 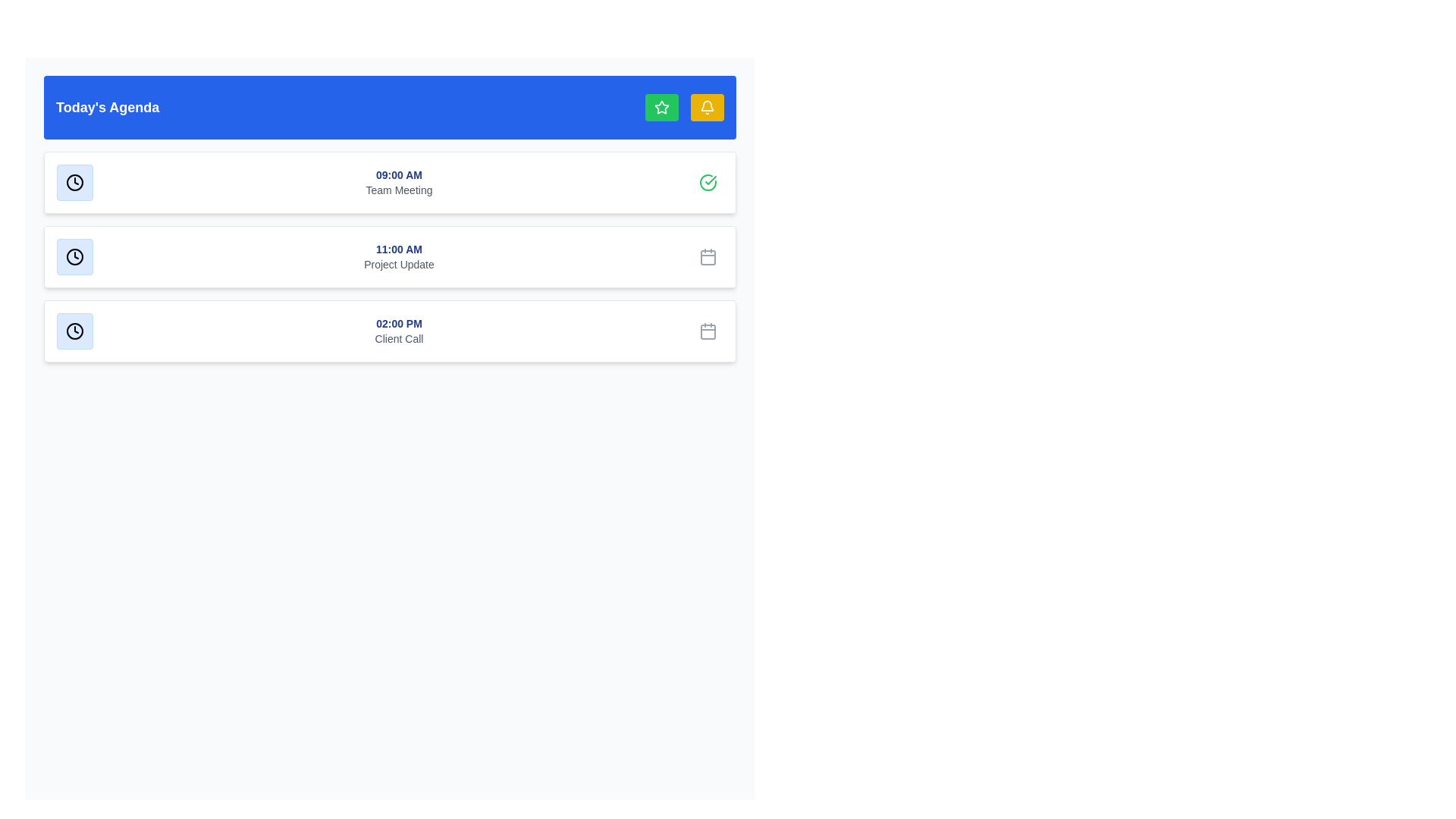 I want to click on the time icon in the top-left corner of the third event entry in 'Today's Agenda', so click(x=74, y=330).